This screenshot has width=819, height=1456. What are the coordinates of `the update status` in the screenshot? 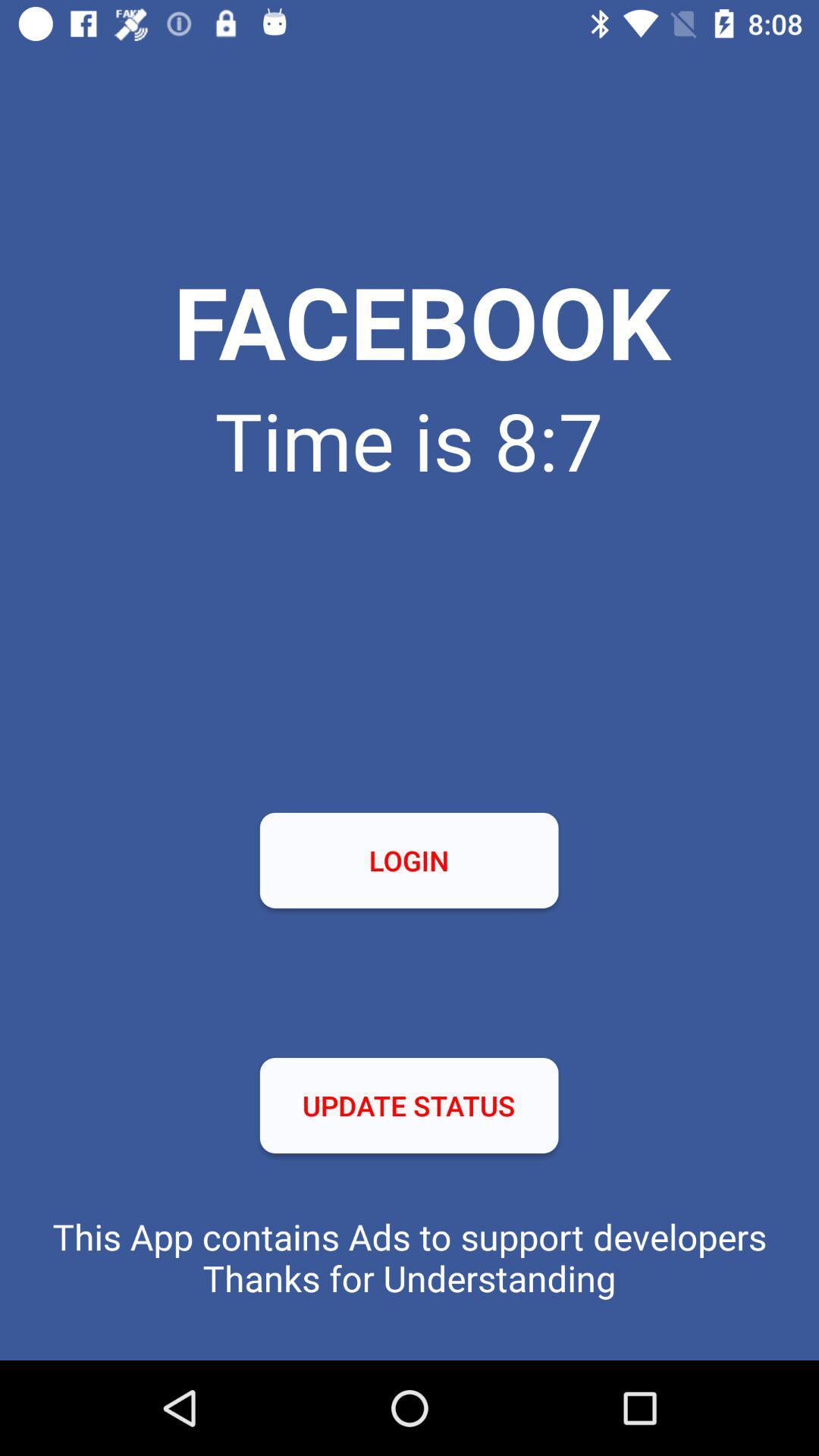 It's located at (408, 1106).